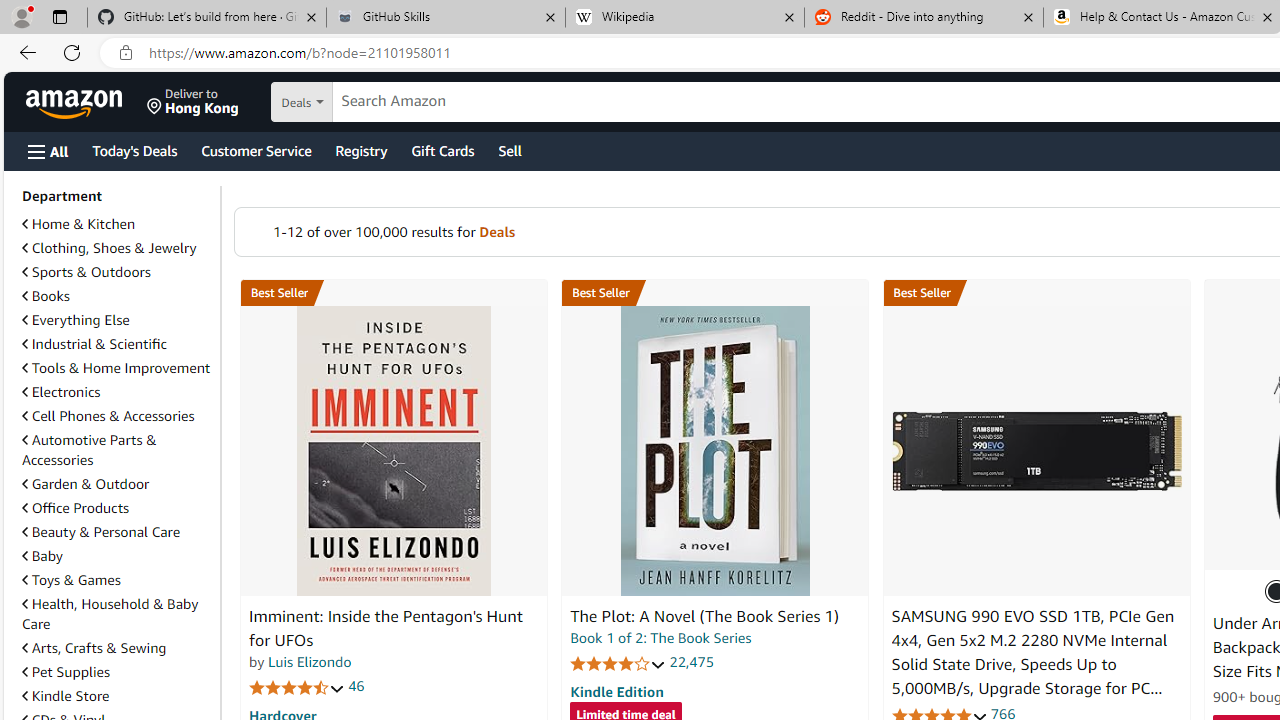 The image size is (1280, 720). Describe the element at coordinates (704, 616) in the screenshot. I see `'The Plot: A Novel (The Book Series 1)'` at that location.